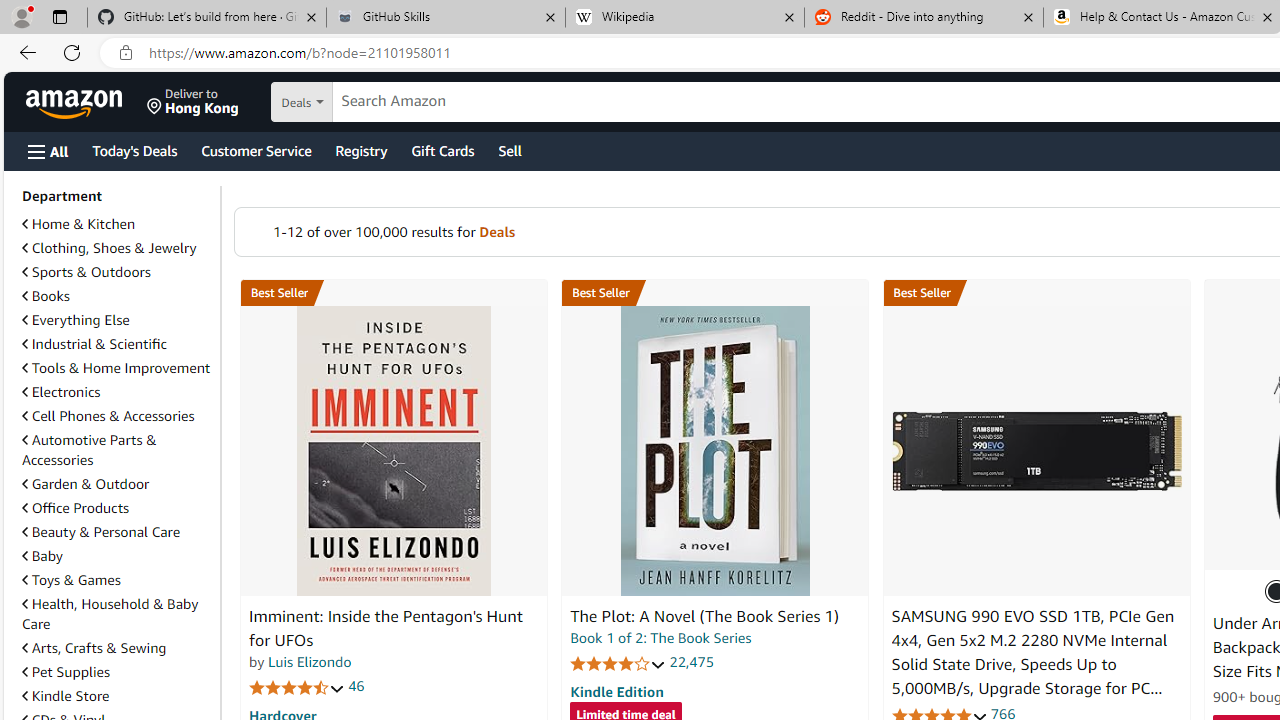 The image size is (1280, 720). Describe the element at coordinates (704, 616) in the screenshot. I see `'The Plot: A Novel (The Book Series 1)'` at that location.